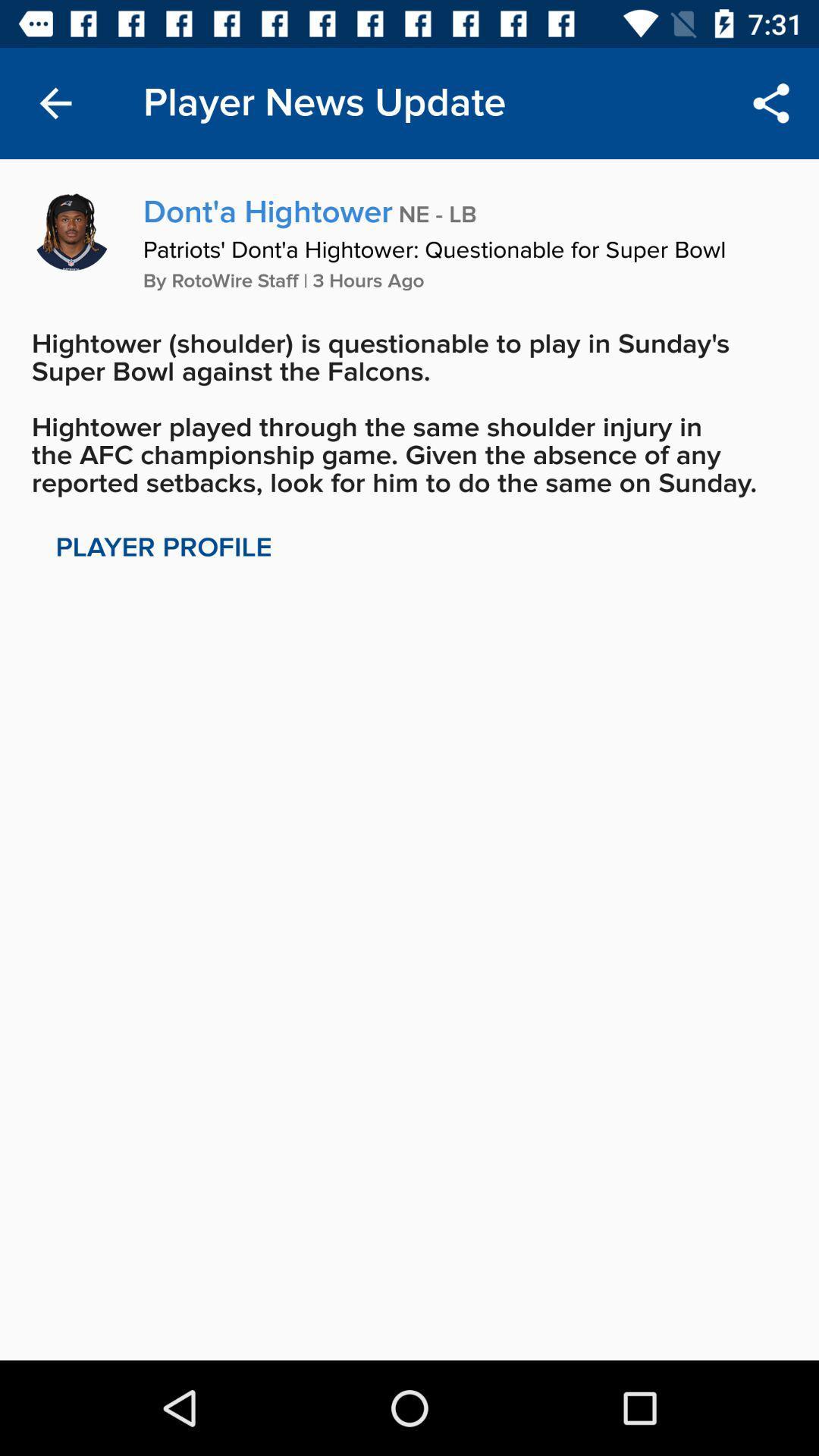  I want to click on item at the top right corner, so click(771, 102).